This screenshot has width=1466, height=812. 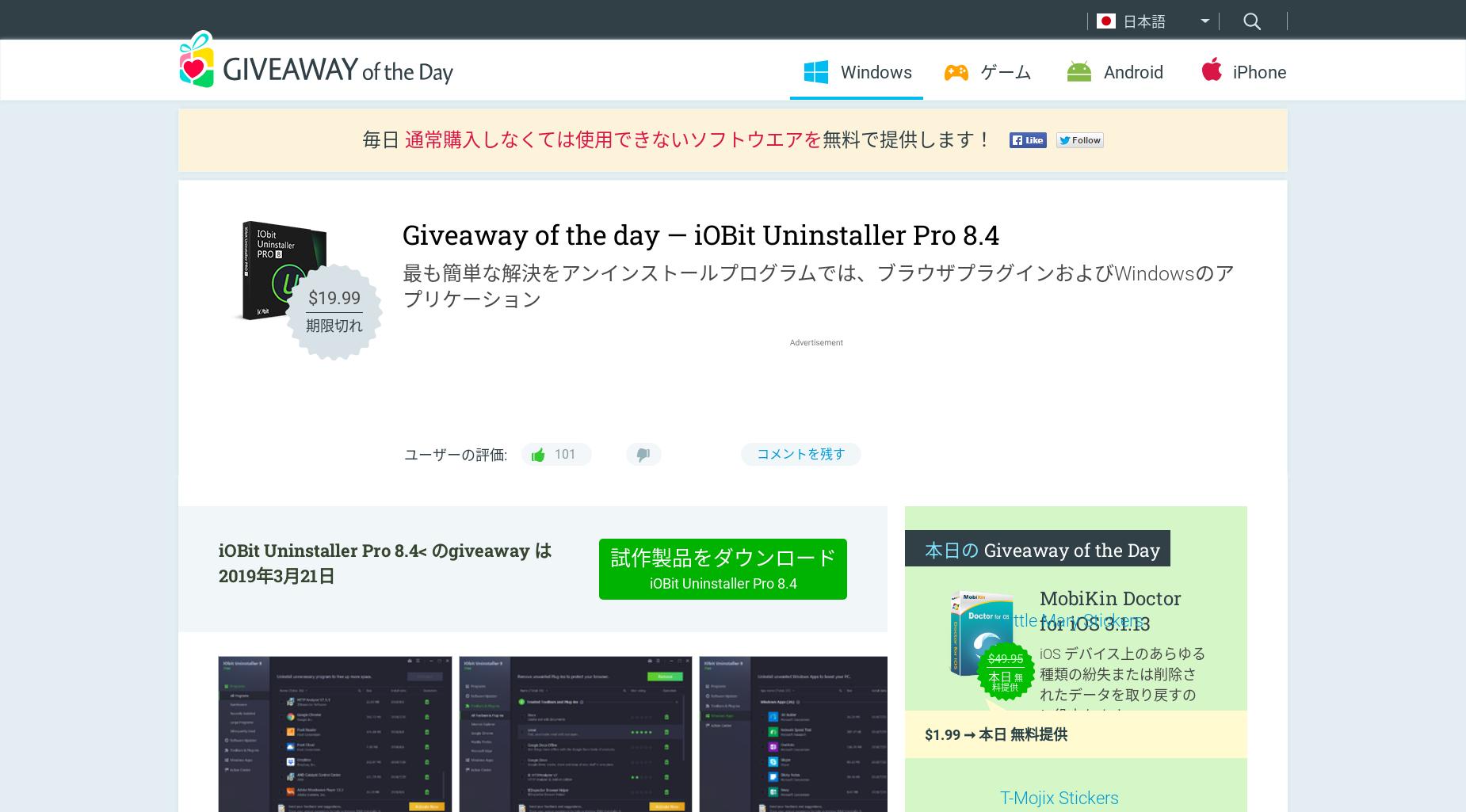 I want to click on 'iOBit Uninstaller Pro 8.4< のgiveaway は 2019年3月21日', so click(x=384, y=562).